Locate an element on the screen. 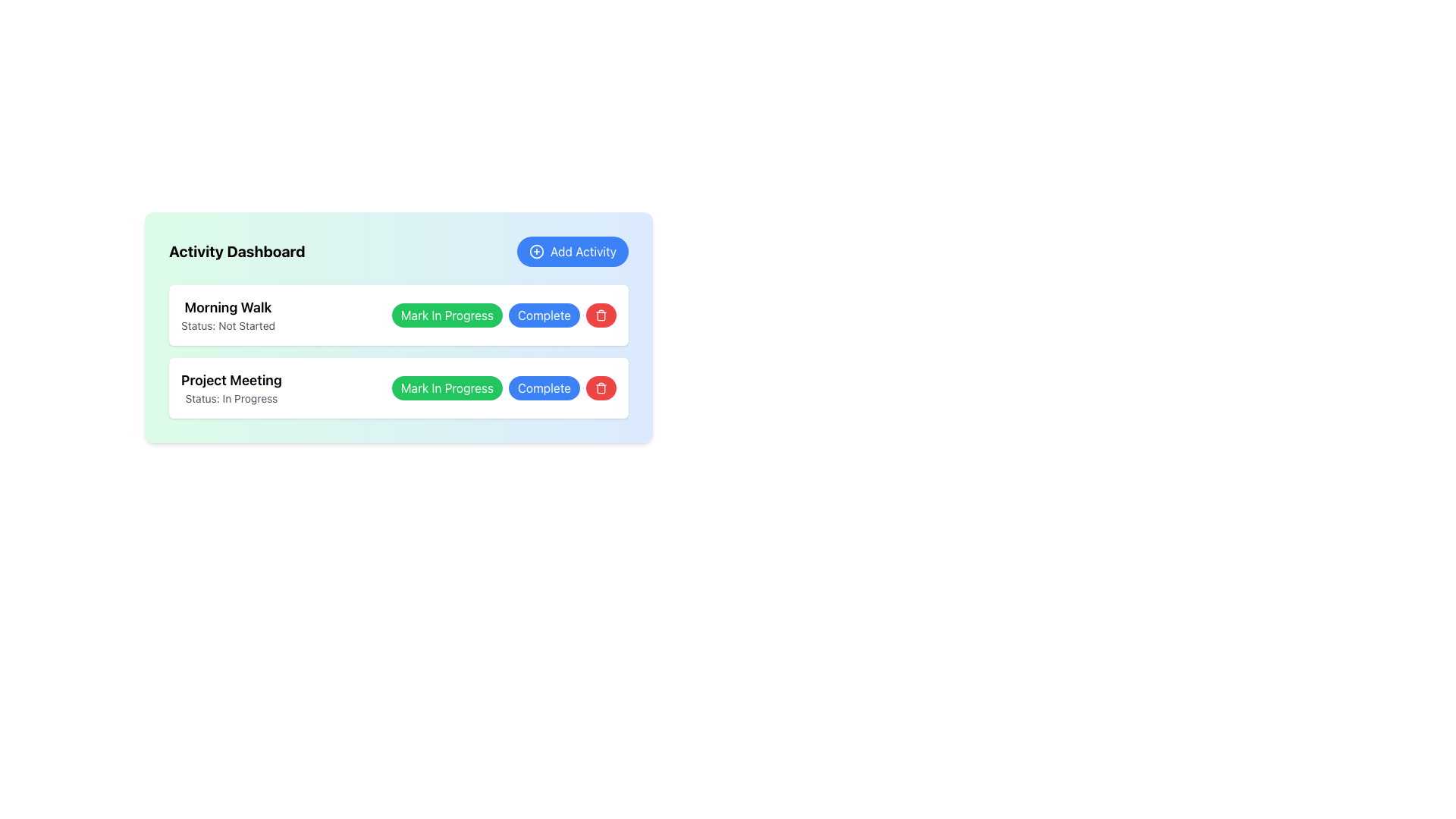 This screenshot has width=1456, height=819. the rounded blue 'Complete' button with white text in the actions column of the 'Morning Walk' task row to change its shade is located at coordinates (544, 315).